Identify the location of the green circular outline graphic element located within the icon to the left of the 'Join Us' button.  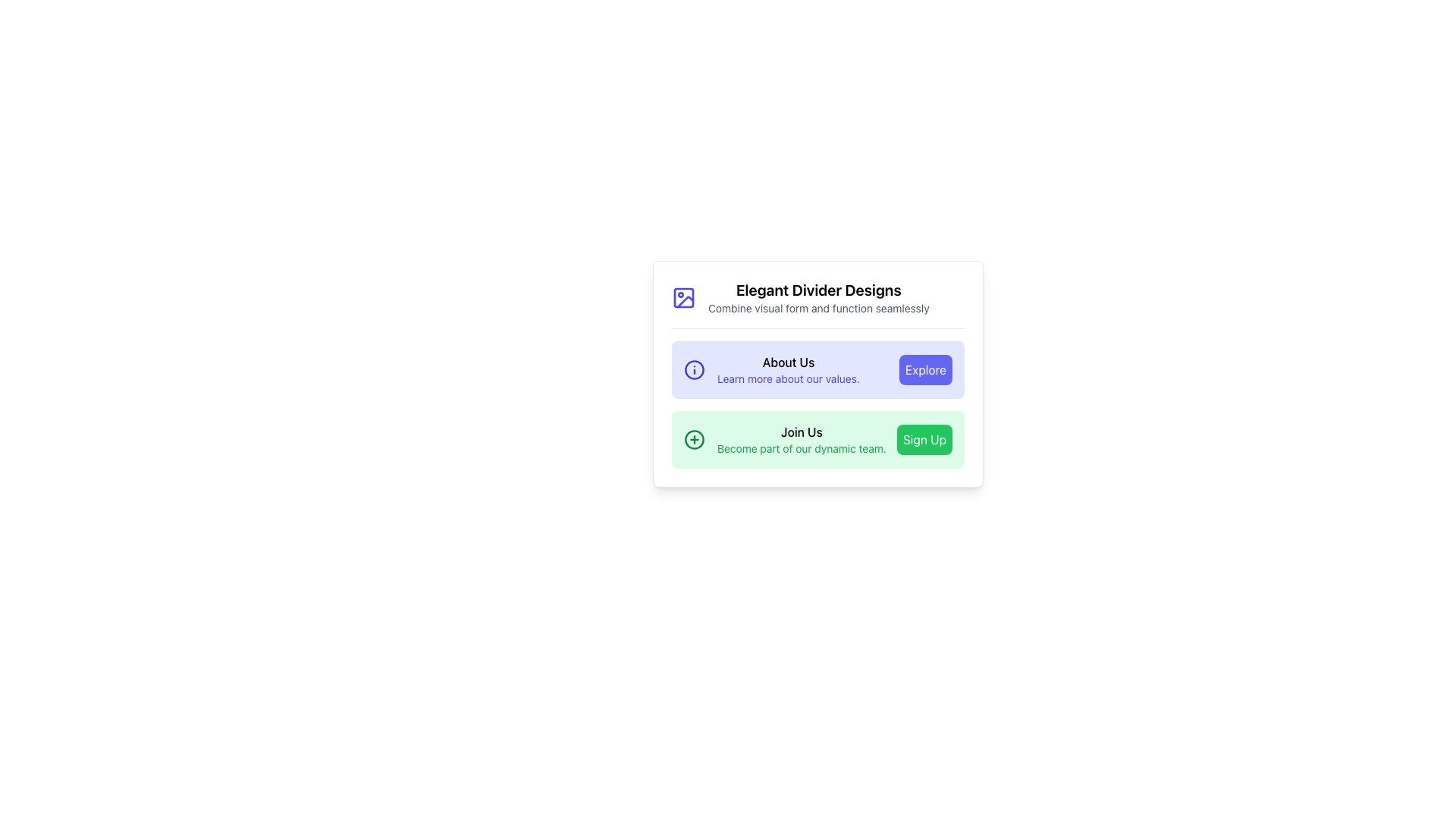
(694, 439).